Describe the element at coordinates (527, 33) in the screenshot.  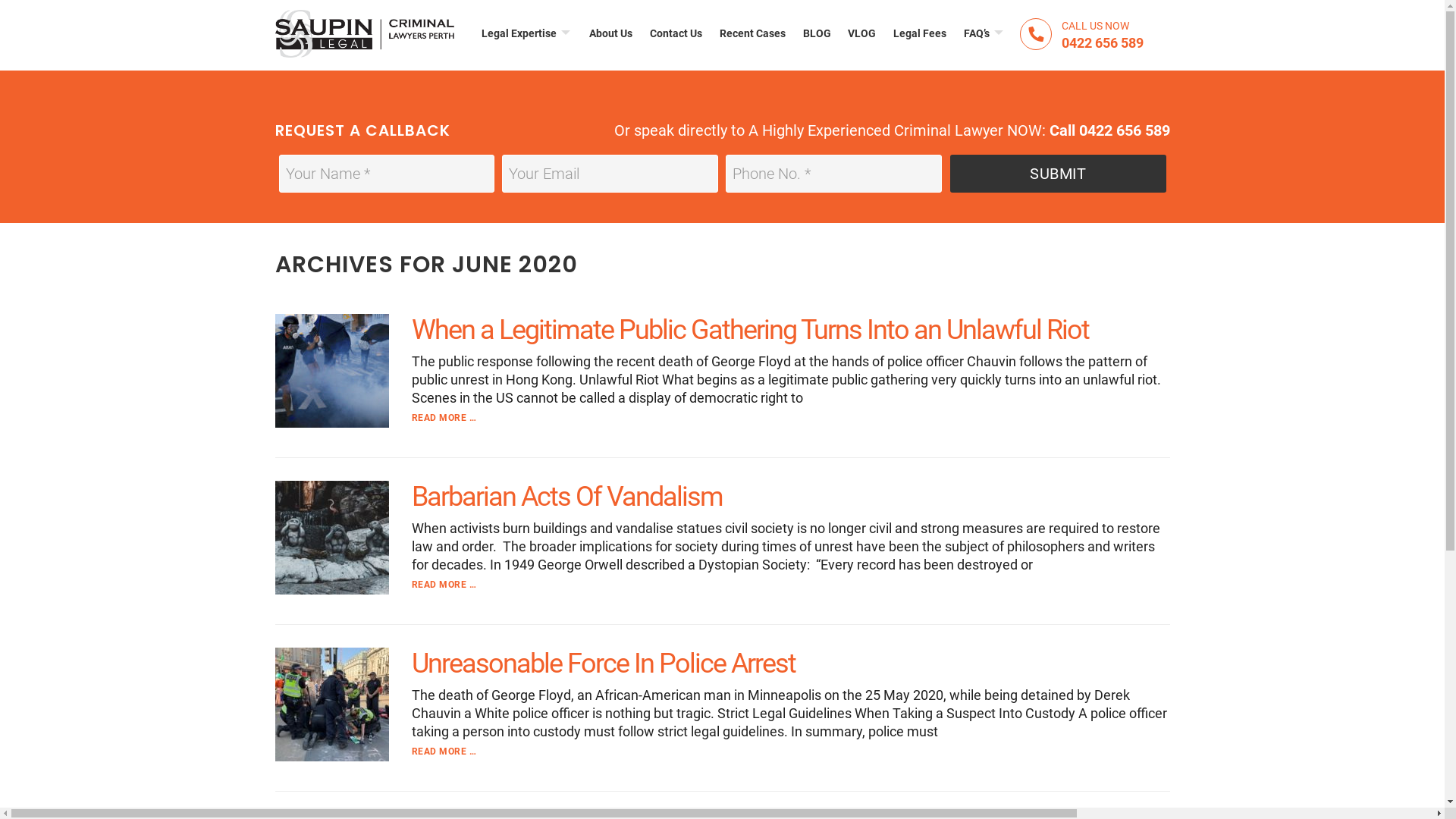
I see `'Legal Expertise'` at that location.